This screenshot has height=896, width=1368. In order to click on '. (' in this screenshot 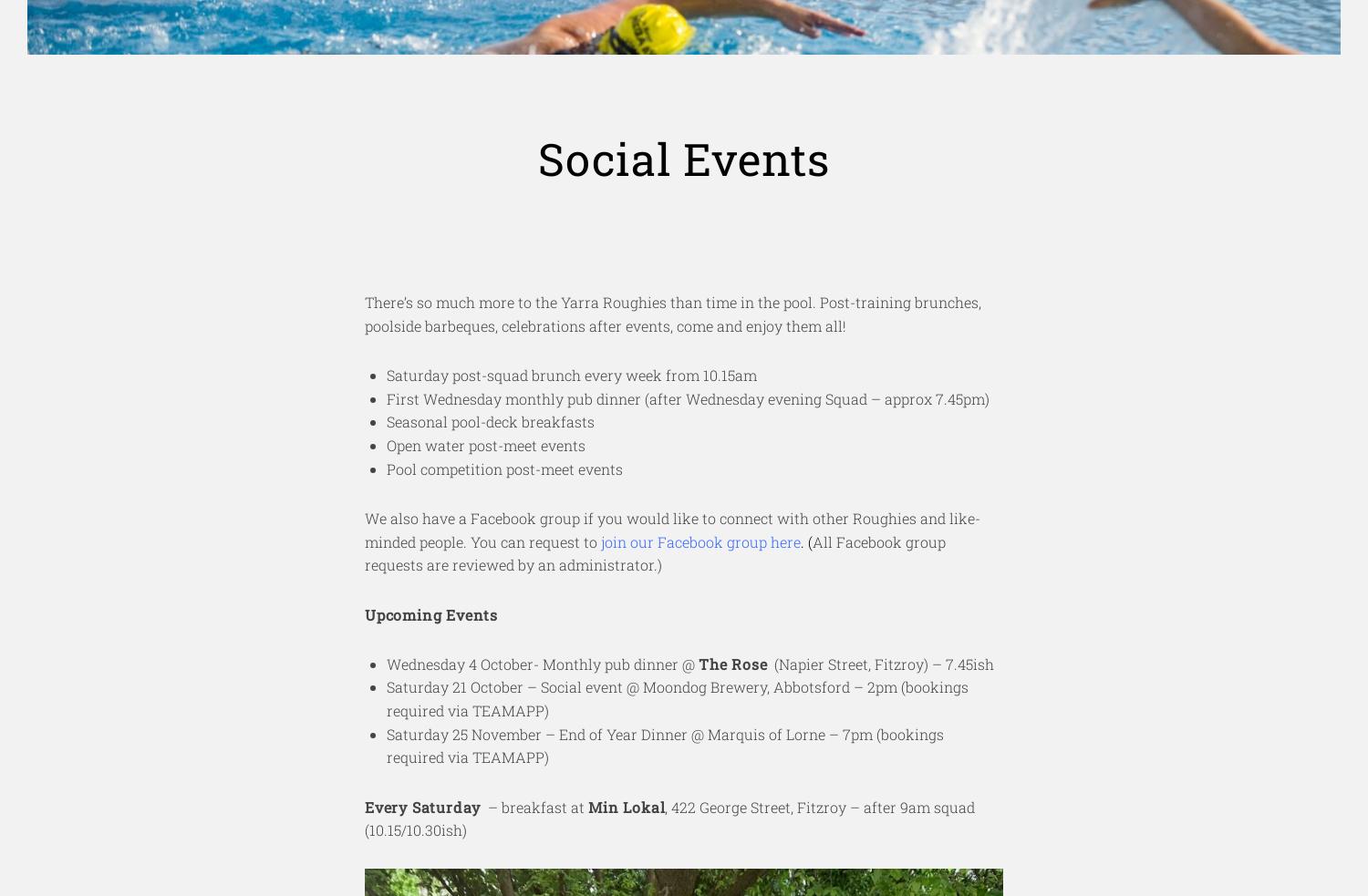, I will do `click(806, 541)`.